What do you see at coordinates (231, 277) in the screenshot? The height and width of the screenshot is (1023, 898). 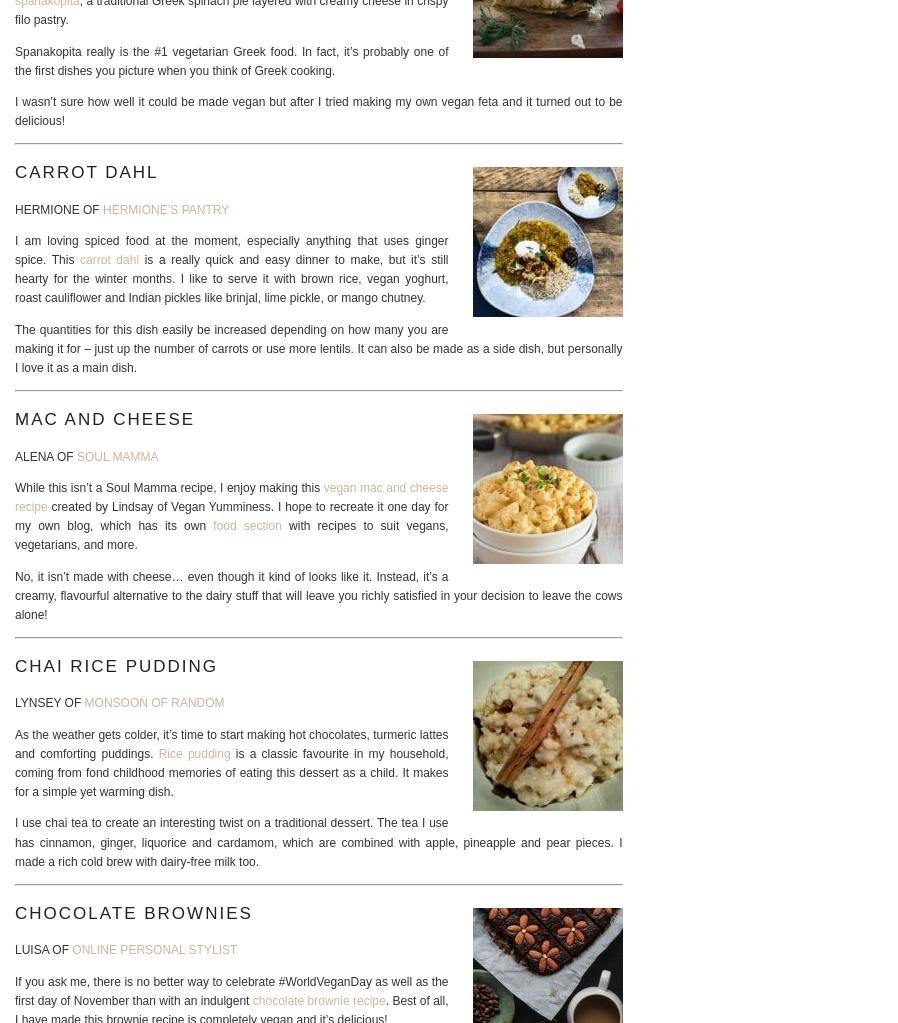 I see `'is a really quick and easy dinner to make, but it’s still hearty for the winter months. I like to serve it with brown rice, vegan yoghurt, roast cauliflower and Indian pickles like brinjal, lime pickle, or mango chutney.'` at bounding box center [231, 277].